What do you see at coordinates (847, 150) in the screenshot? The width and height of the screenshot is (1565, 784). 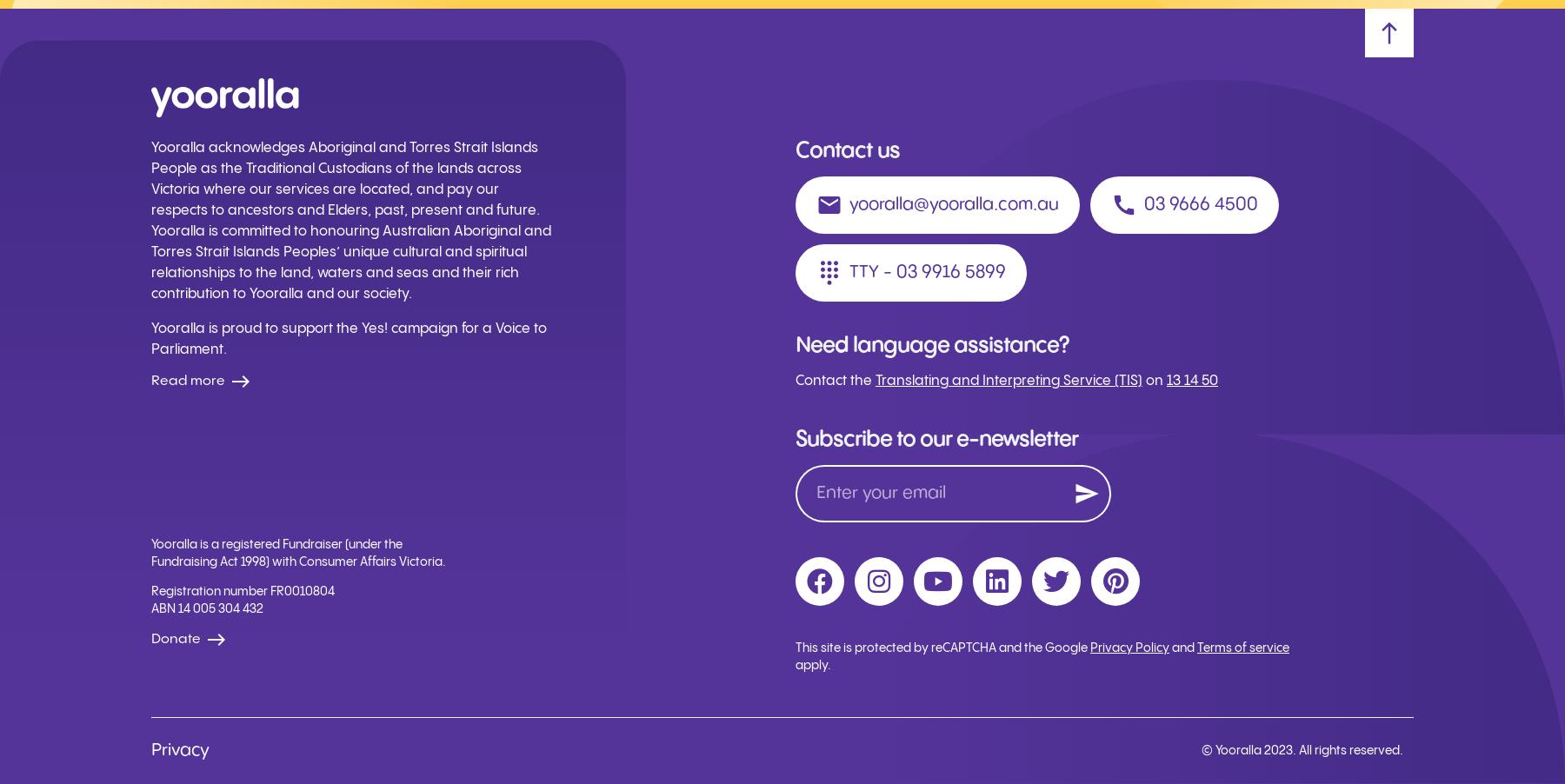 I see `'Contact us'` at bounding box center [847, 150].